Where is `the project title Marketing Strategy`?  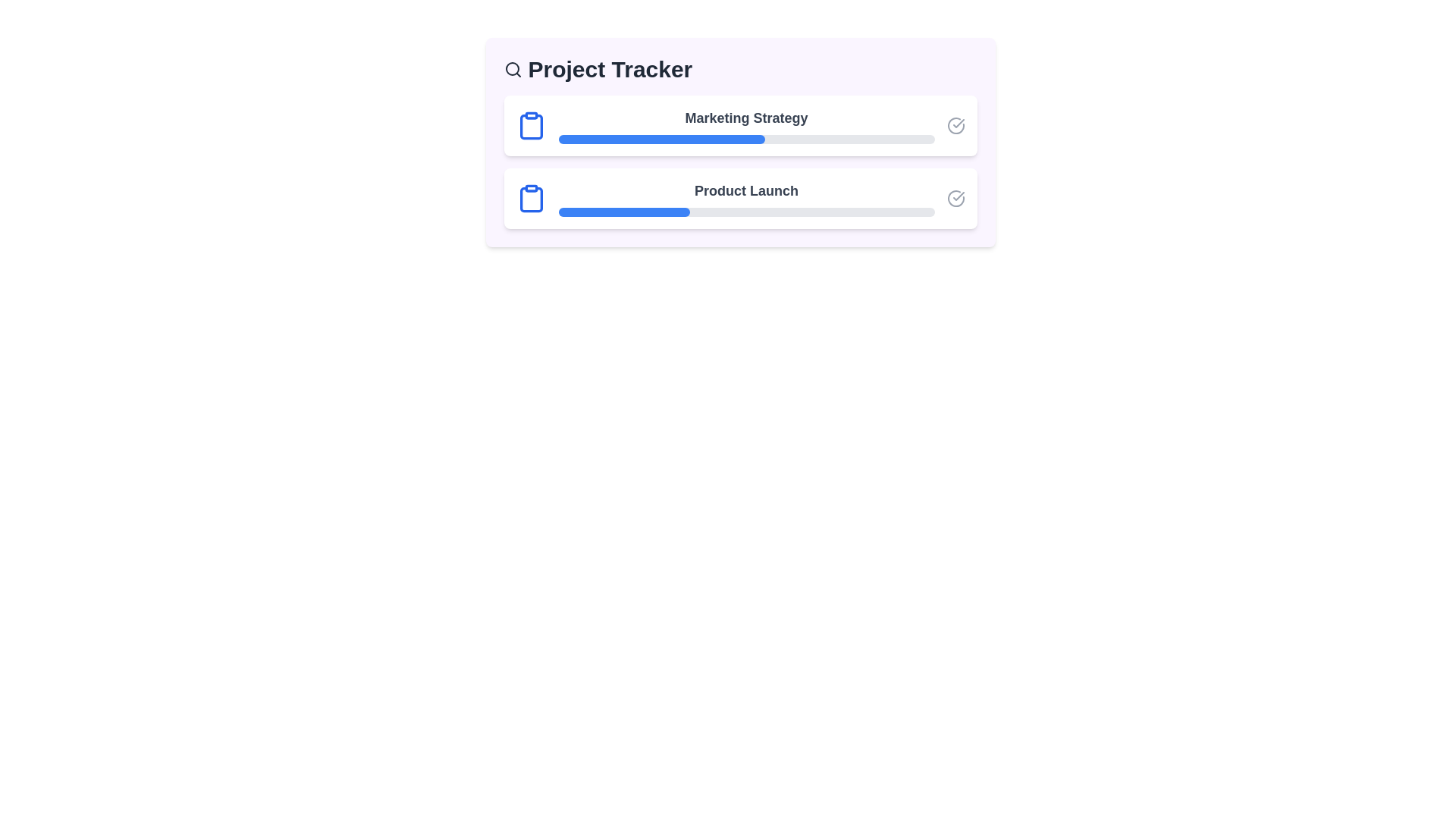 the project title Marketing Strategy is located at coordinates (740, 124).